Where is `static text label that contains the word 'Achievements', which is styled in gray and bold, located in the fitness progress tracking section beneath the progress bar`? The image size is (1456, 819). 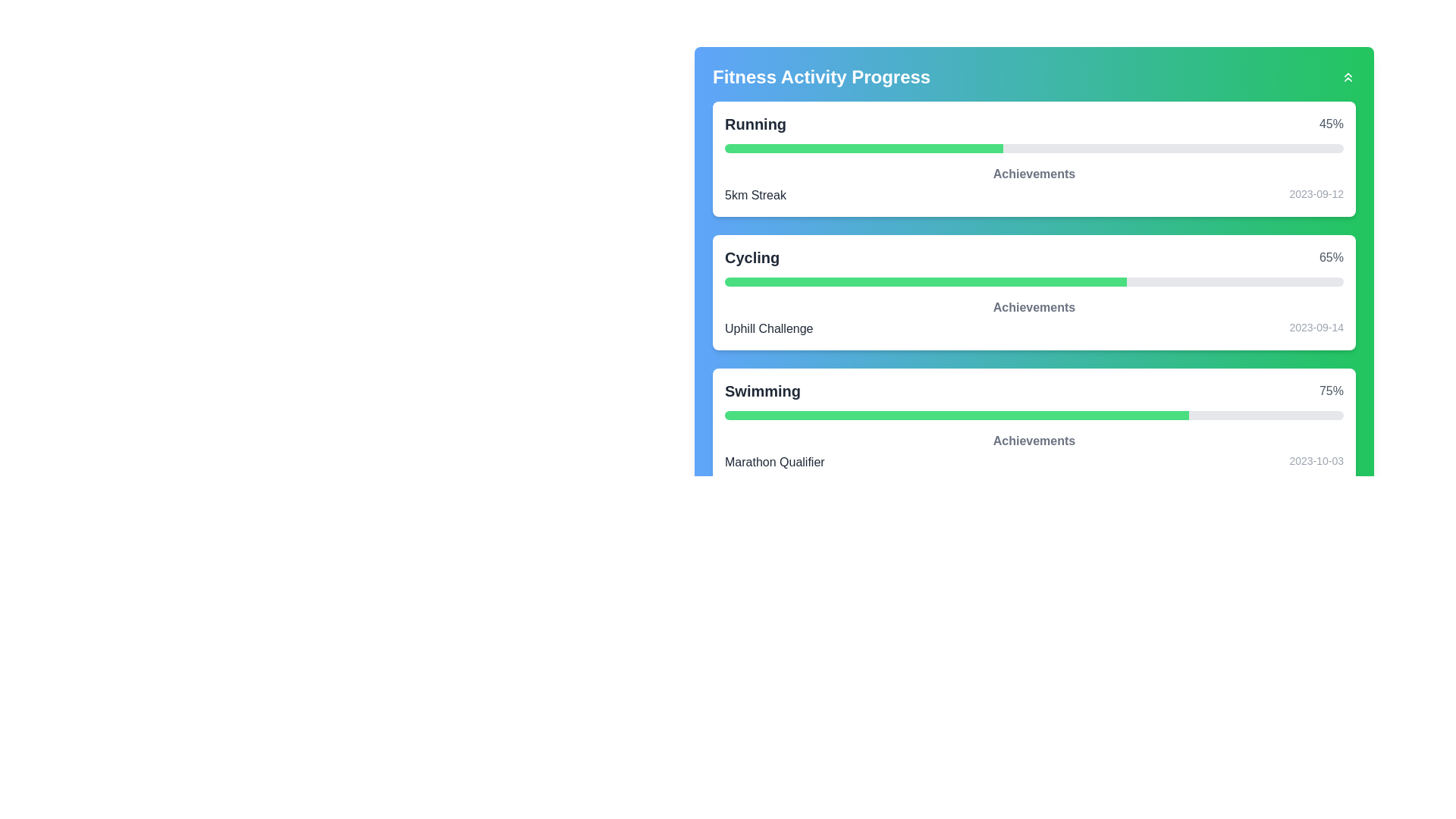 static text label that contains the word 'Achievements', which is styled in gray and bold, located in the fitness progress tracking section beneath the progress bar is located at coordinates (1033, 174).